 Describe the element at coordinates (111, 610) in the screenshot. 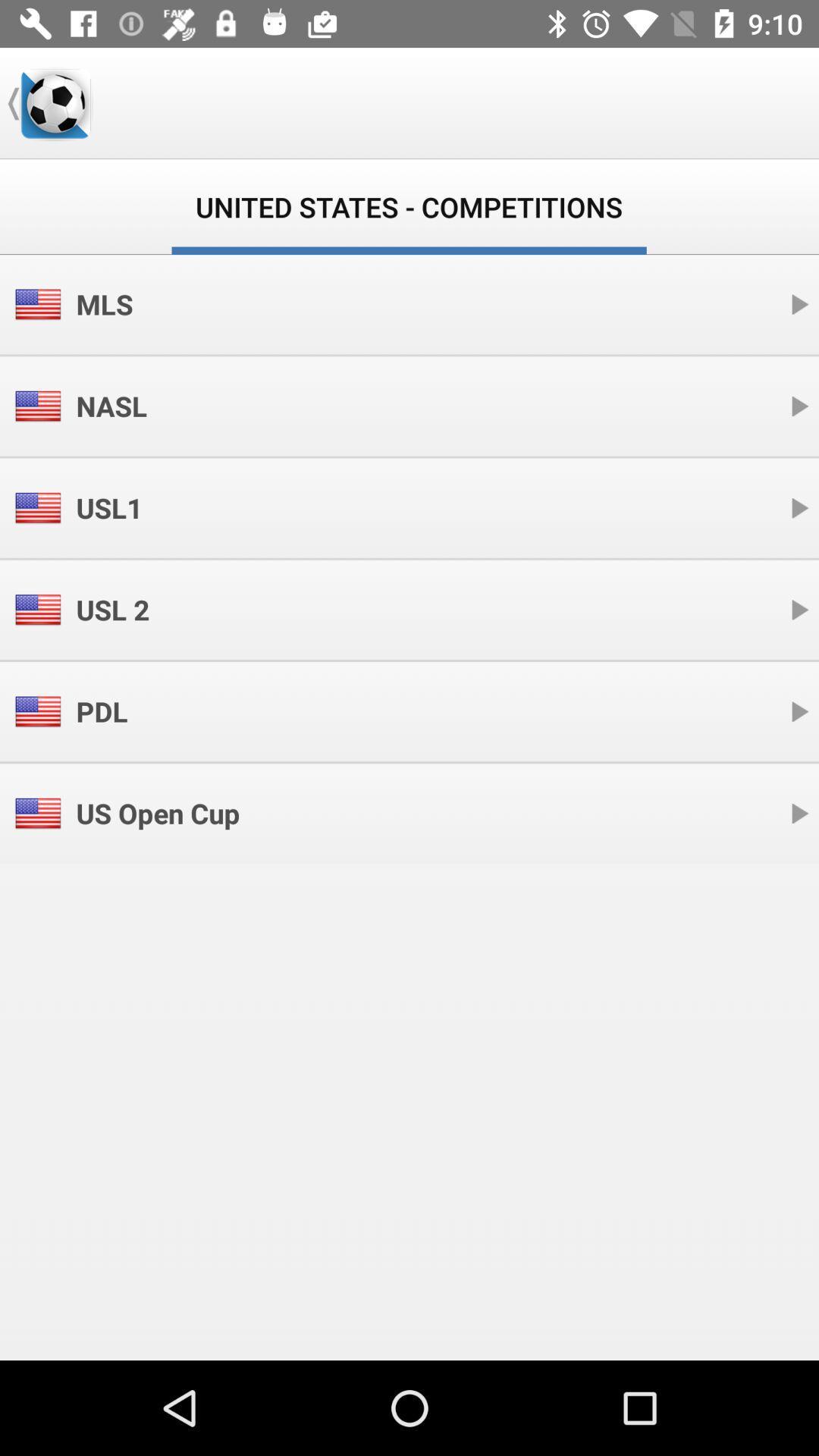

I see `usl 2` at that location.